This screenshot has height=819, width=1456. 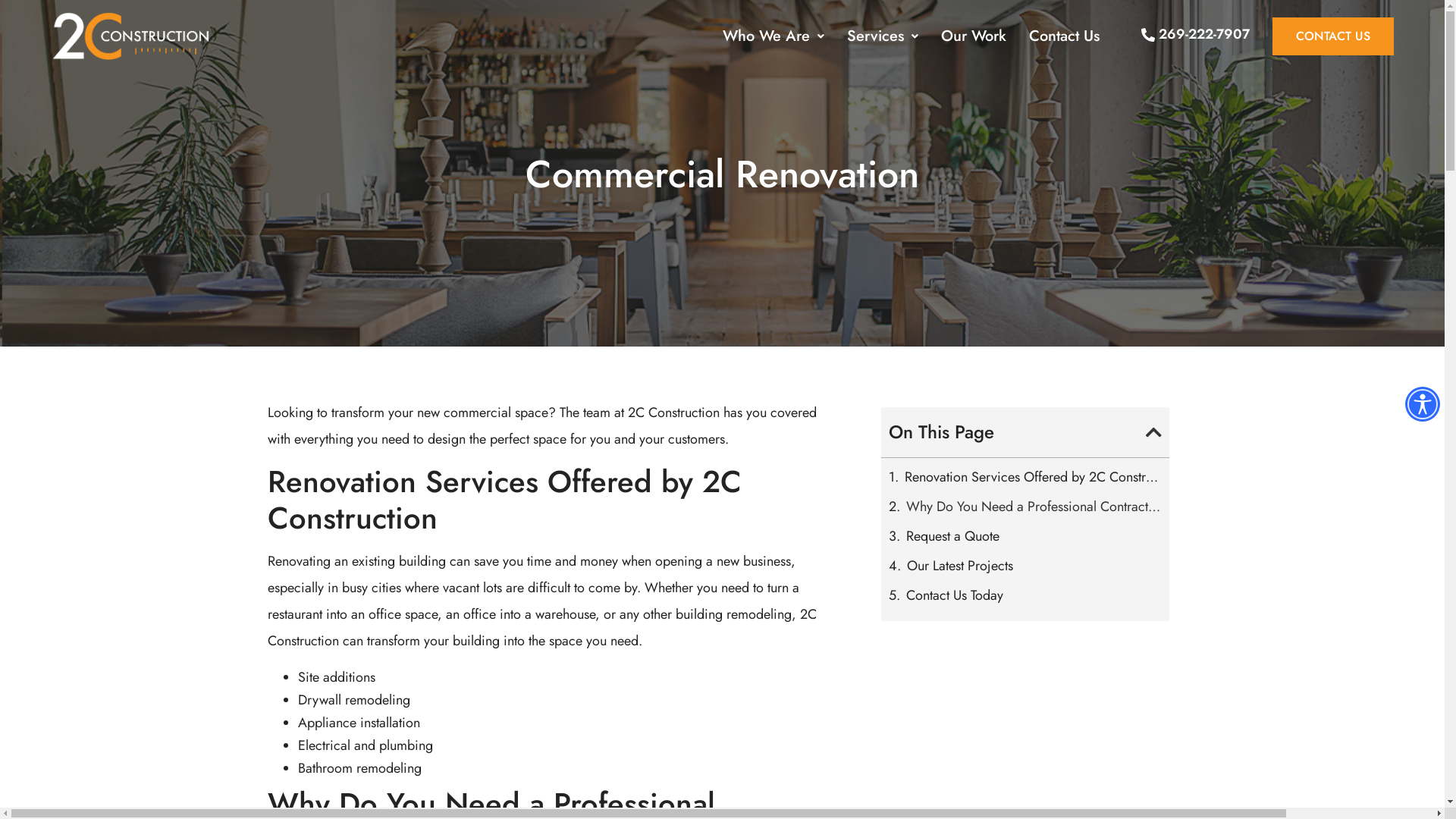 What do you see at coordinates (959, 565) in the screenshot?
I see `'Our Latest Projects'` at bounding box center [959, 565].